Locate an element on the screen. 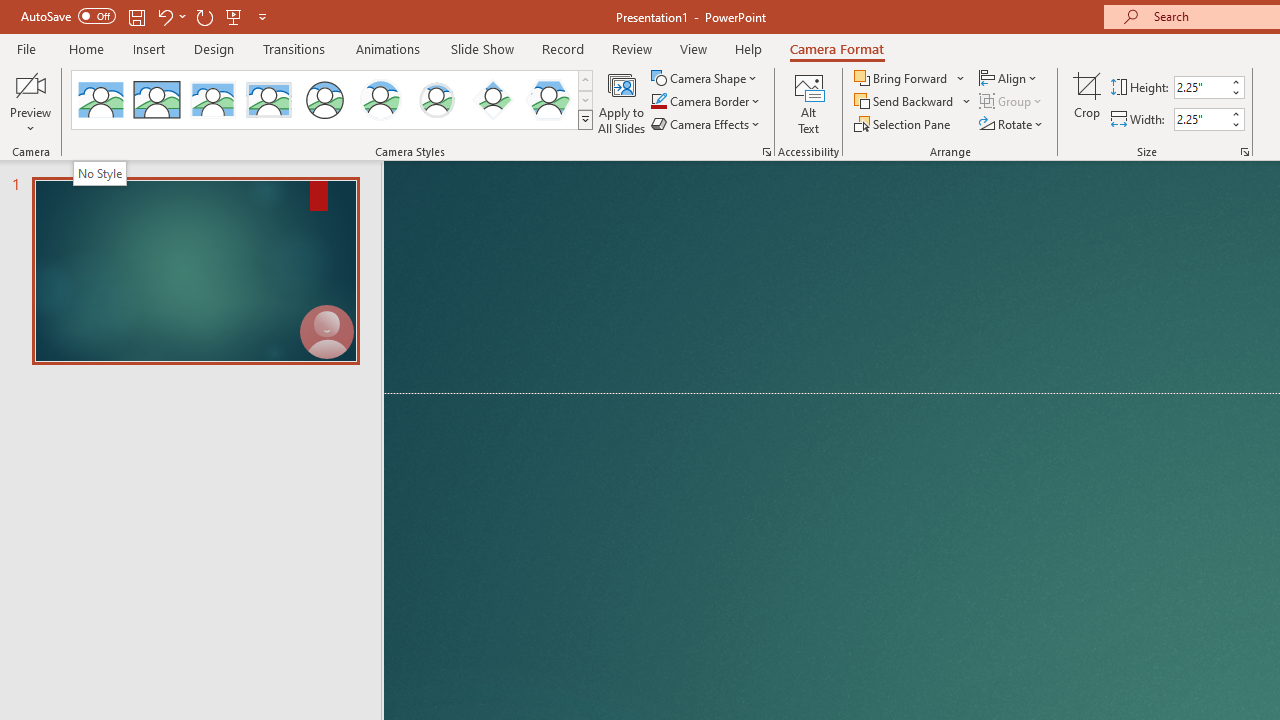  'Center Shadow Hexagon' is located at coordinates (549, 100).